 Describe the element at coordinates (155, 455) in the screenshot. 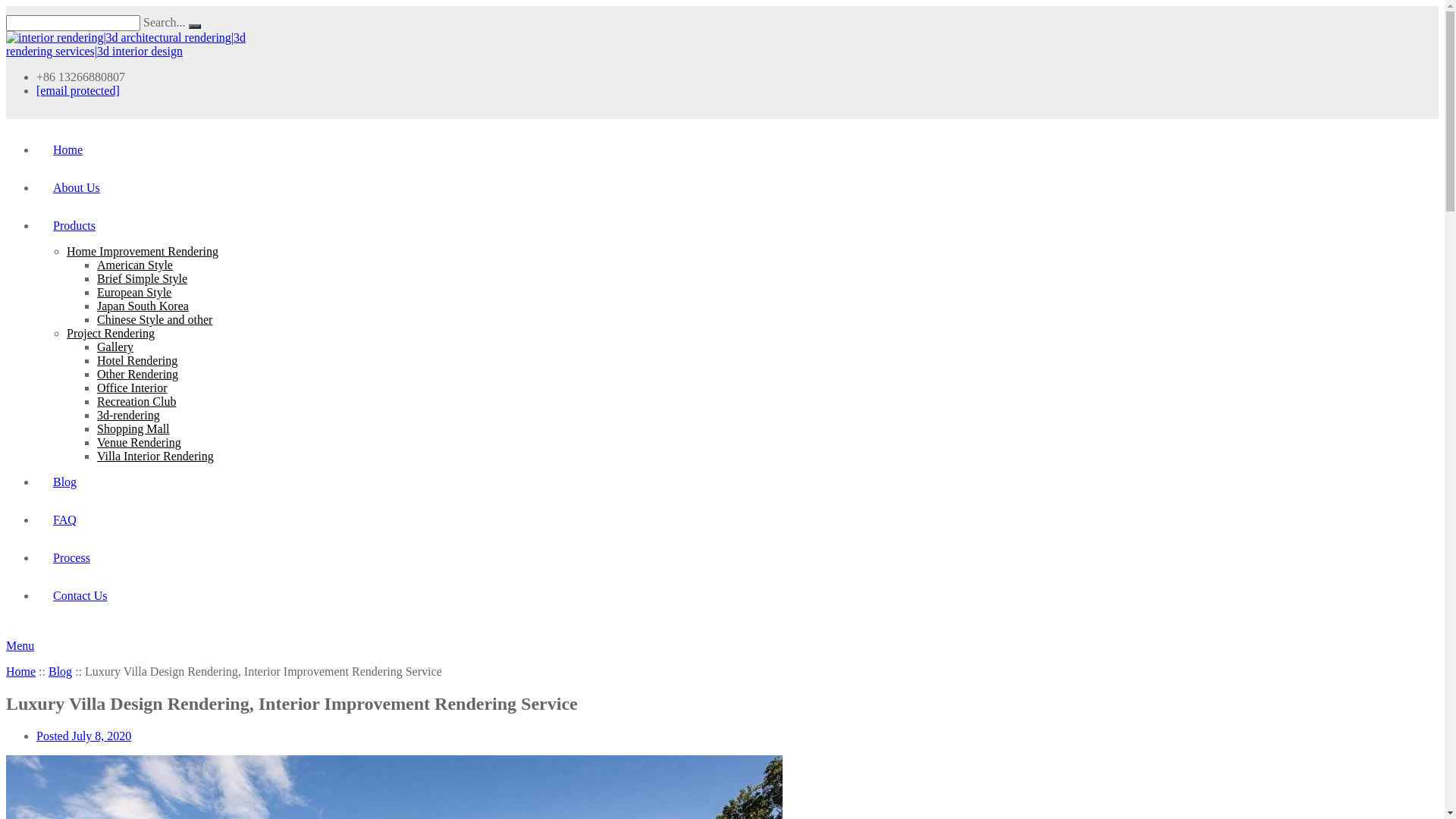

I see `'Villa Interior Rendering'` at that location.